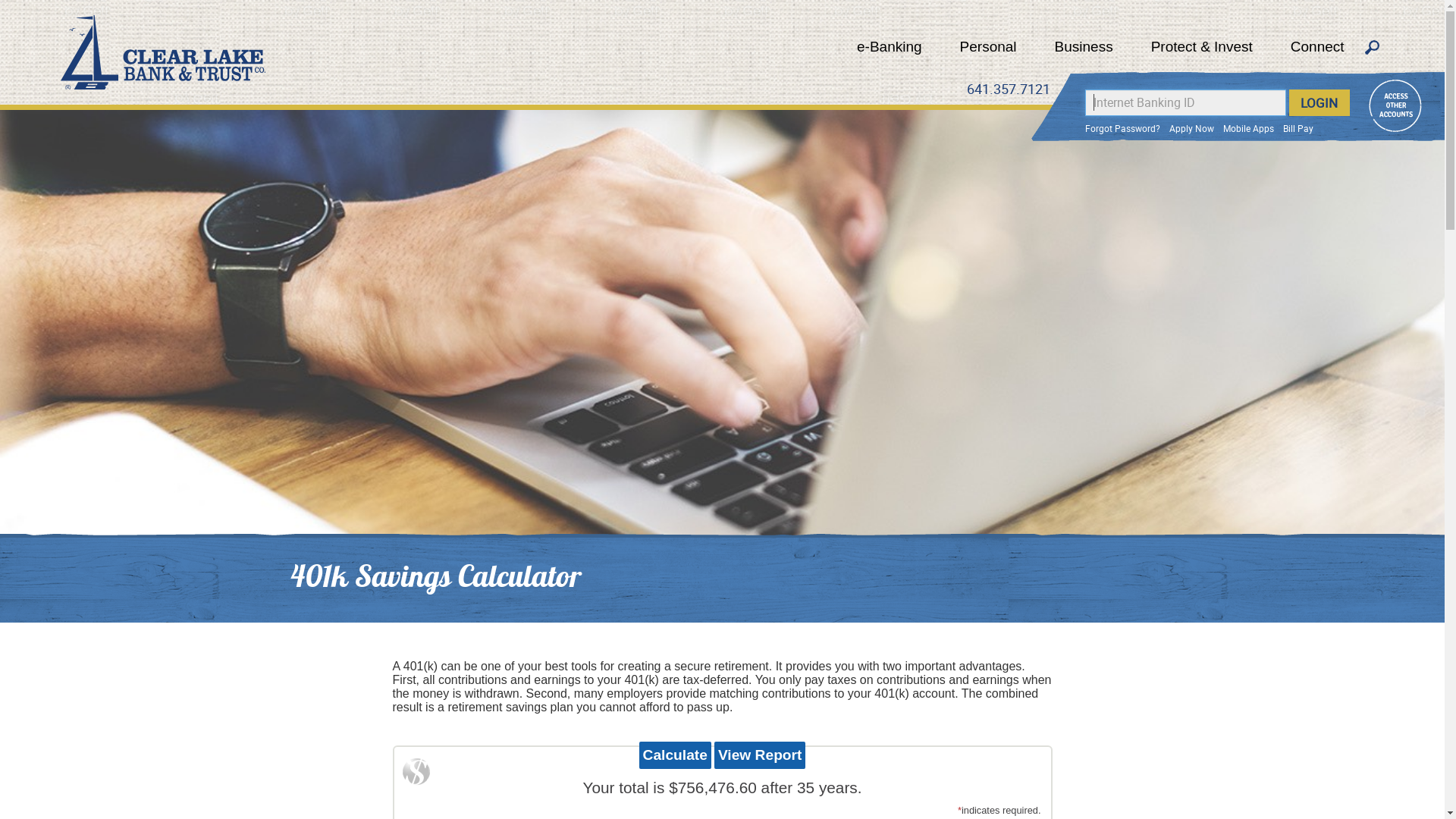  I want to click on 'Mobile Apps', so click(1248, 127).